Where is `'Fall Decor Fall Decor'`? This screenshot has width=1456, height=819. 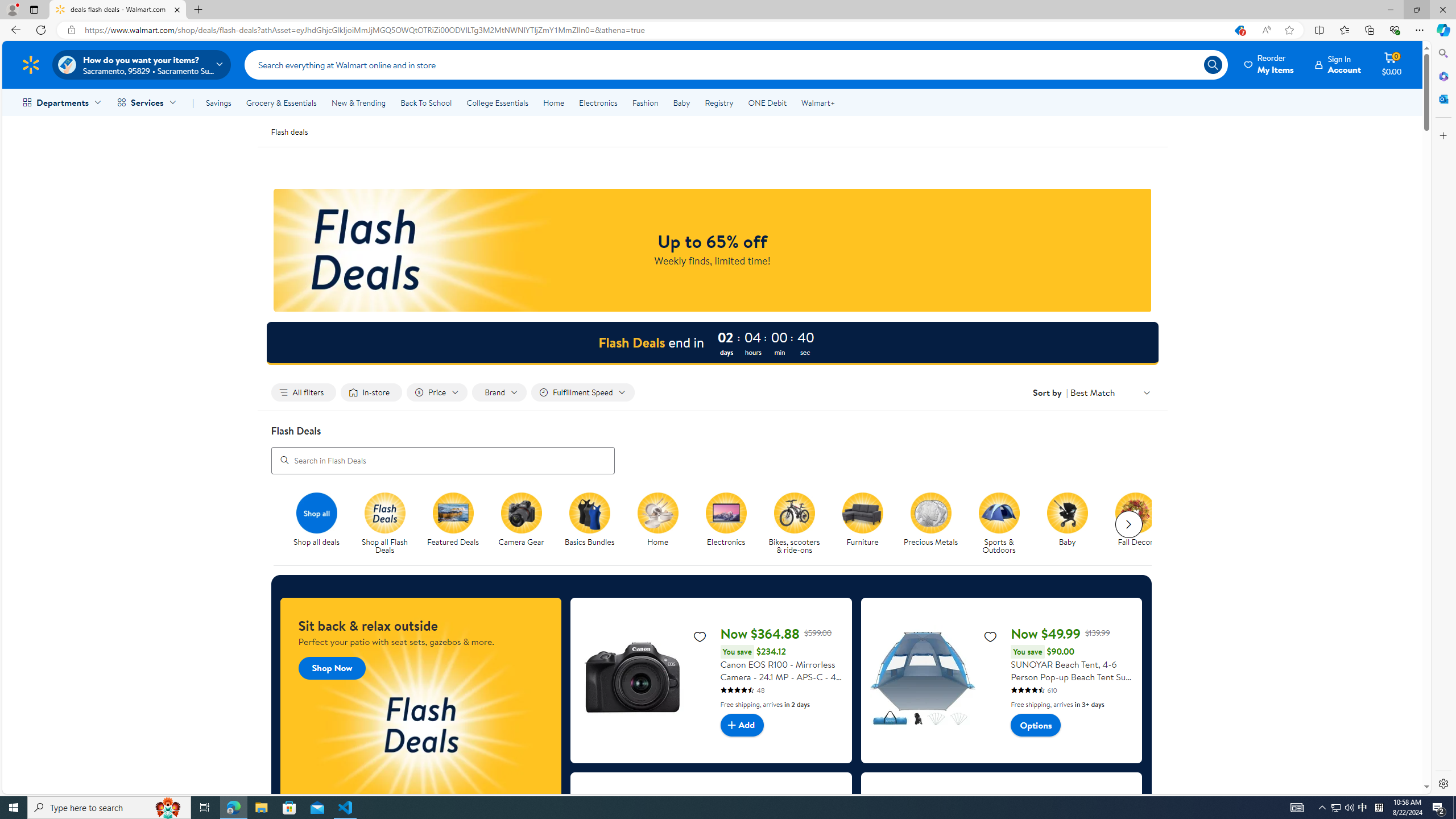
'Fall Decor Fall Decor' is located at coordinates (1134, 520).